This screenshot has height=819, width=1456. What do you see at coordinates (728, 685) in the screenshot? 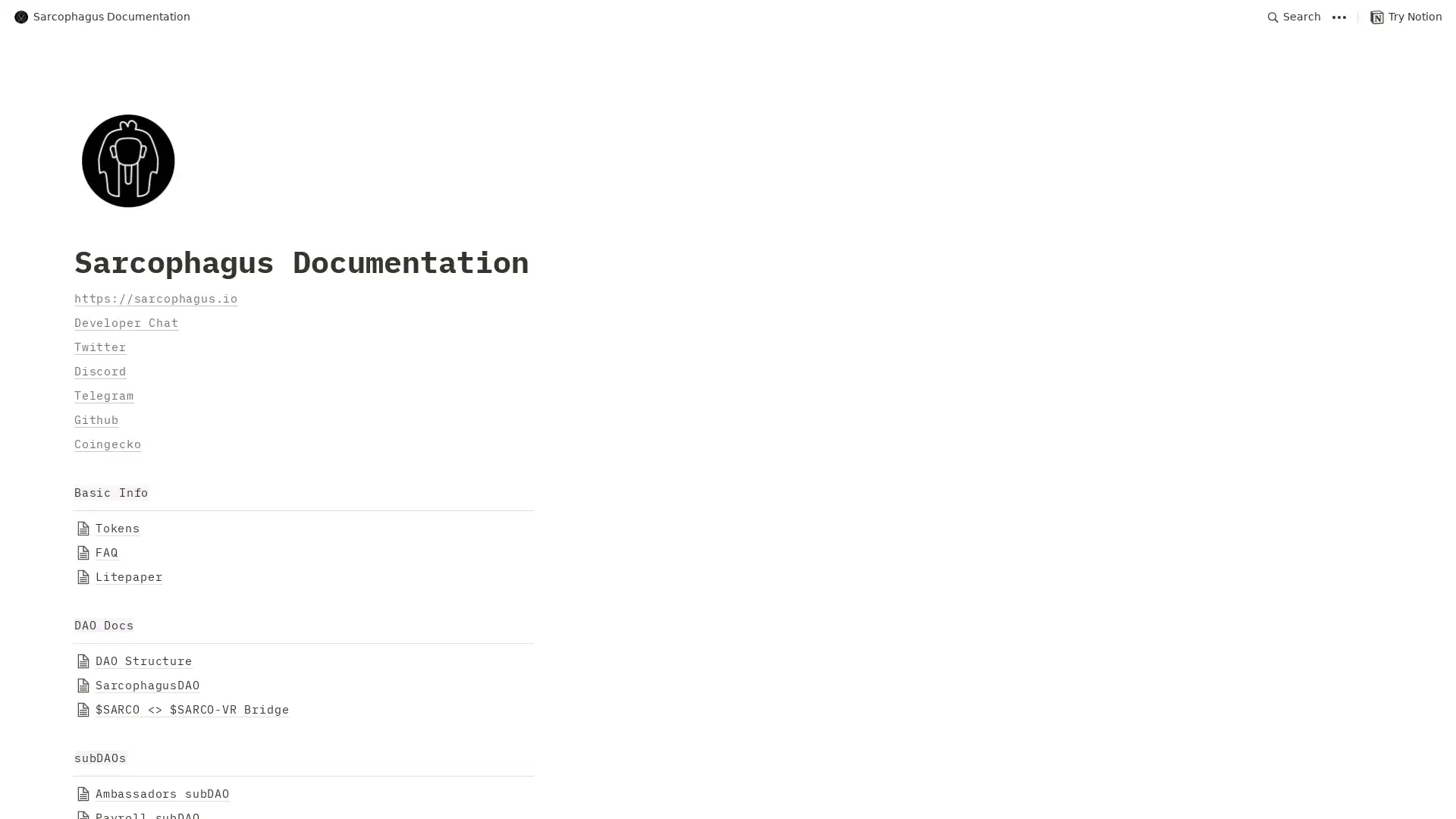
I see `SarcophagusDAO` at bounding box center [728, 685].